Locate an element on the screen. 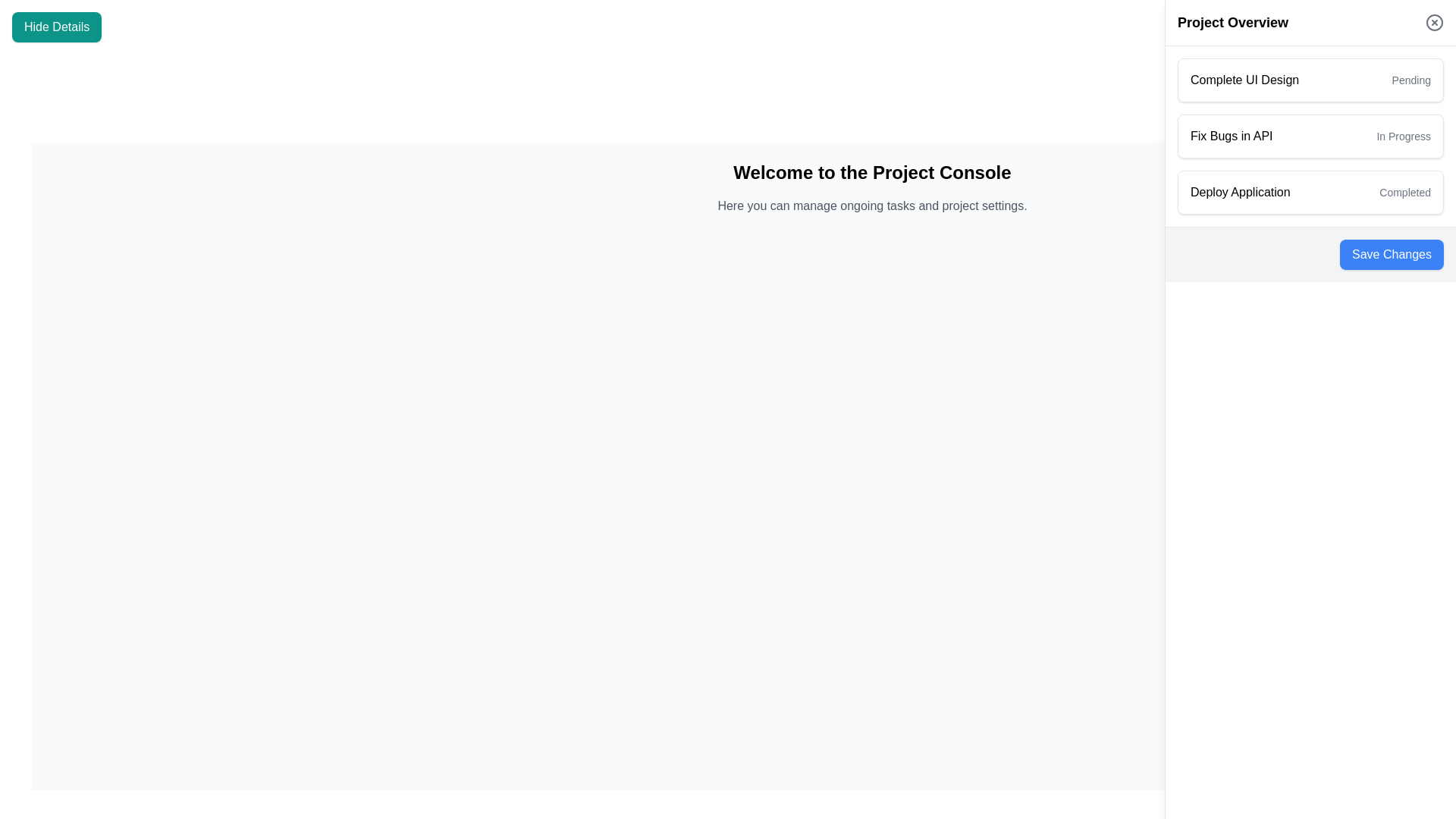 This screenshot has height=819, width=1456. the 'Fix Bugs in API' task card is located at coordinates (1310, 136).